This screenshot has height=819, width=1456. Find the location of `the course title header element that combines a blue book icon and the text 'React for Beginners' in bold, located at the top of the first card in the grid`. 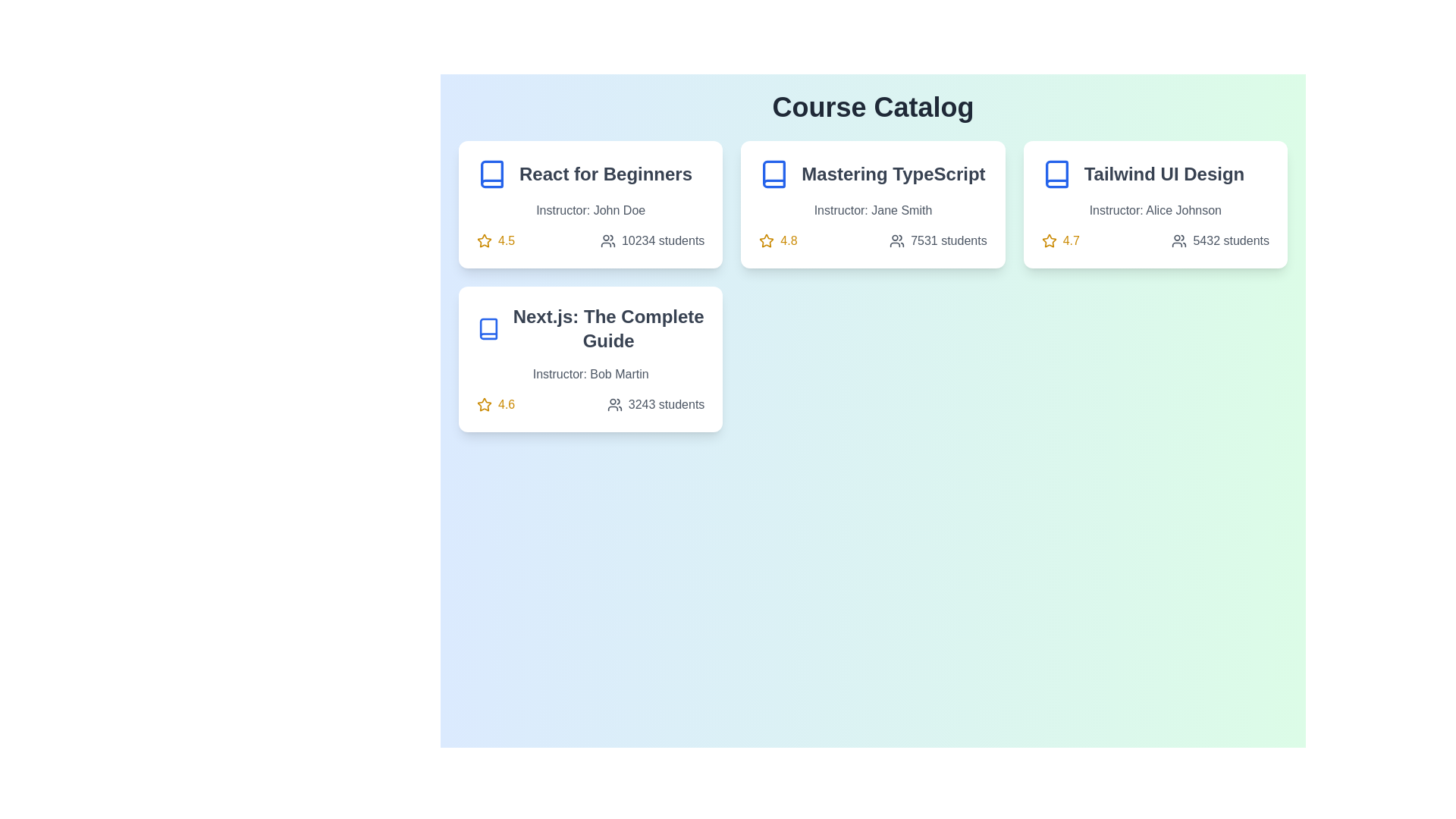

the course title header element that combines a blue book icon and the text 'React for Beginners' in bold, located at the top of the first card in the grid is located at coordinates (590, 174).